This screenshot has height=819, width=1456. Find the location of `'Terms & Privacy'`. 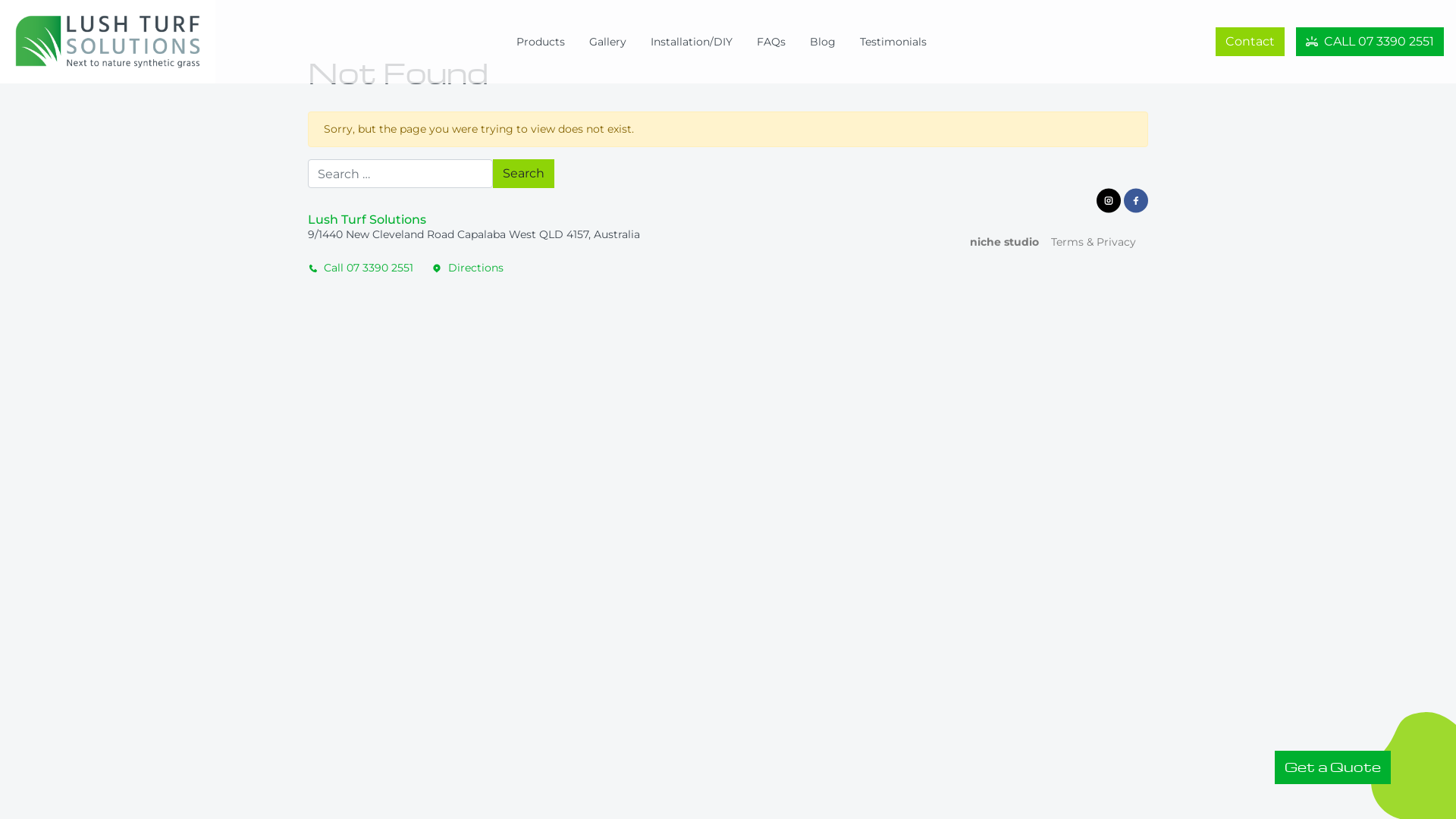

'Terms & Privacy' is located at coordinates (1037, 241).